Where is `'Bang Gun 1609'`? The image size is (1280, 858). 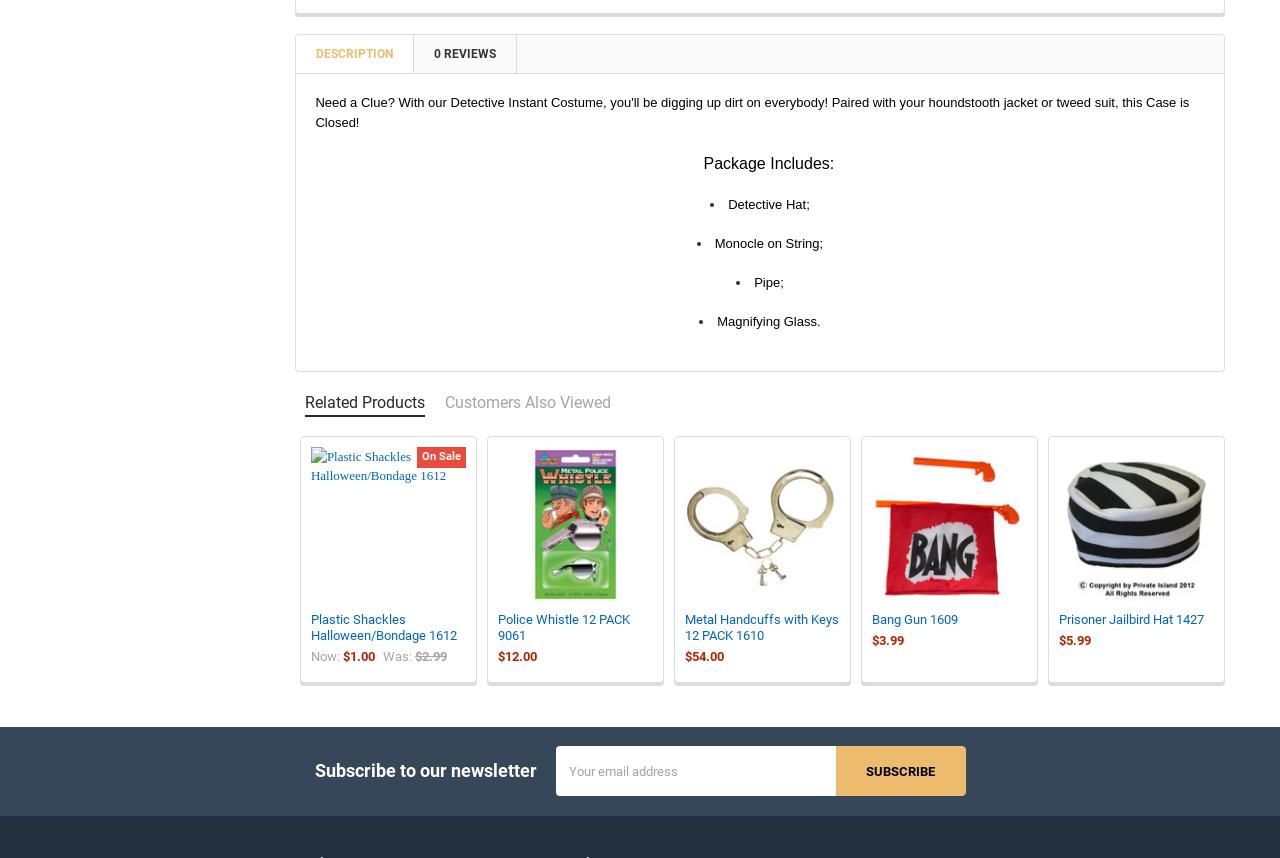
'Bang Gun 1609' is located at coordinates (871, 632).